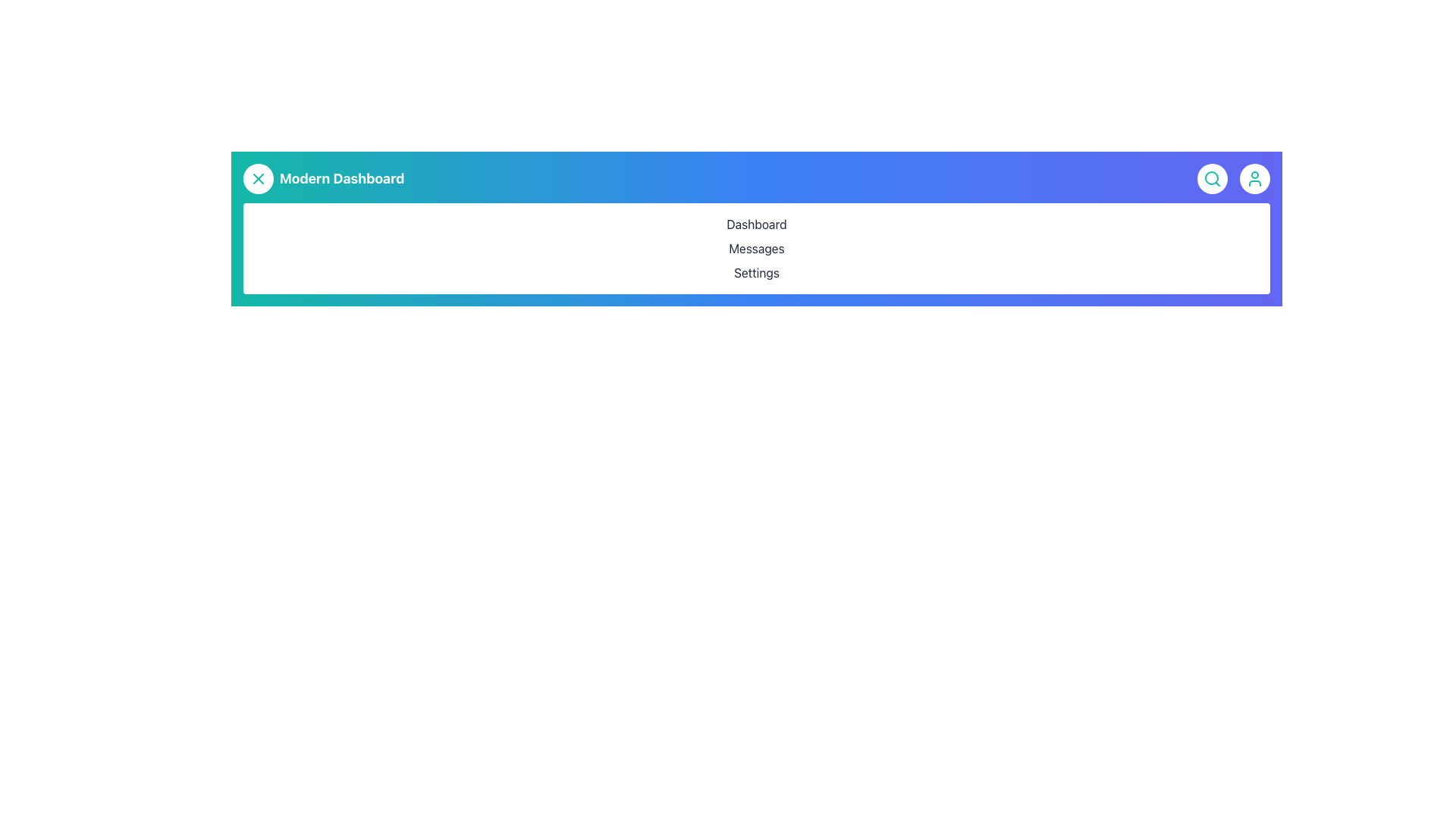  What do you see at coordinates (258, 177) in the screenshot?
I see `the circular button containing the 'X' icon` at bounding box center [258, 177].